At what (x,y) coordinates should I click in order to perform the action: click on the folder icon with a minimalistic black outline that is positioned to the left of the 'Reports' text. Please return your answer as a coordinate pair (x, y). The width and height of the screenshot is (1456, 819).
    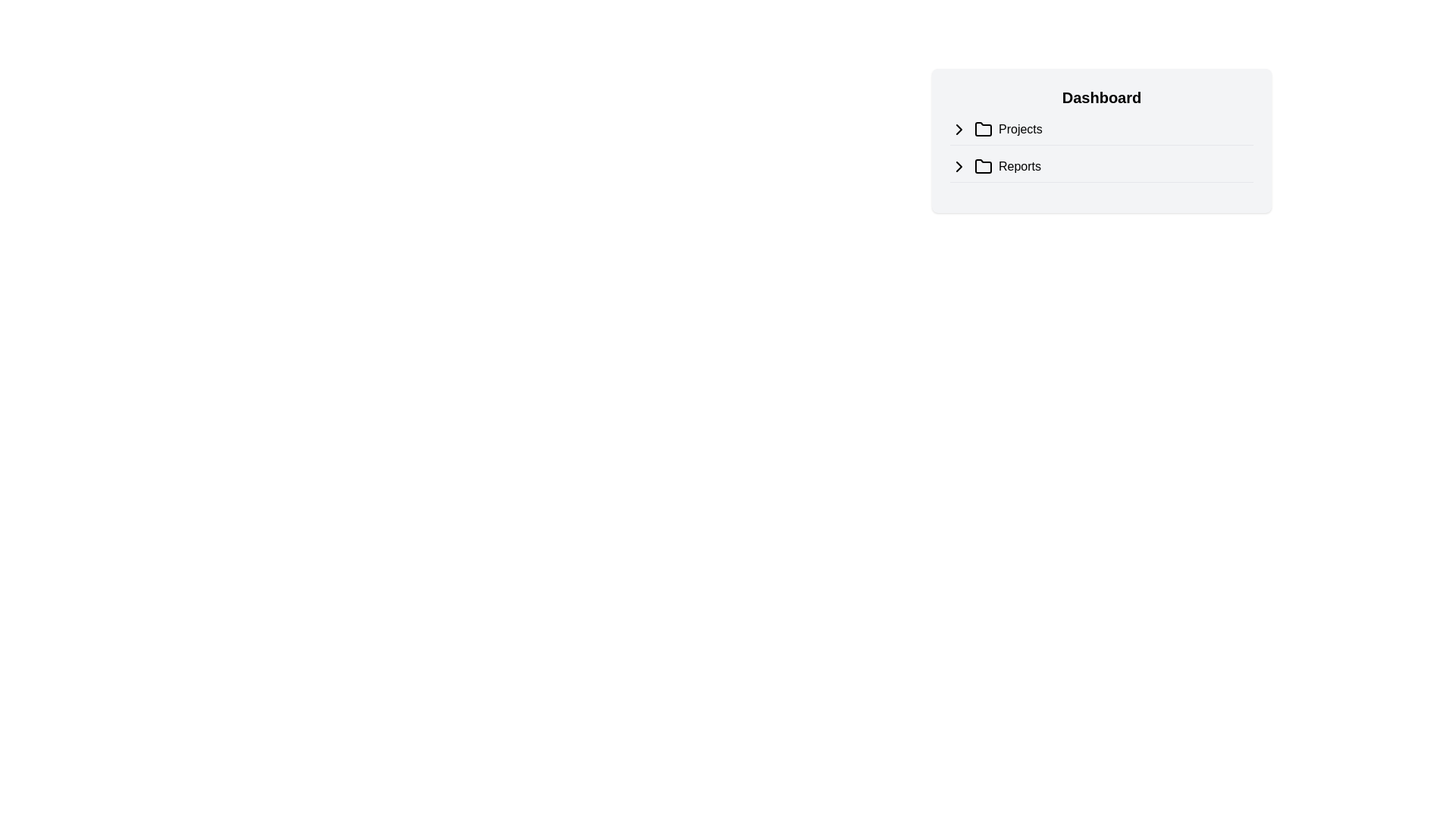
    Looking at the image, I should click on (983, 166).